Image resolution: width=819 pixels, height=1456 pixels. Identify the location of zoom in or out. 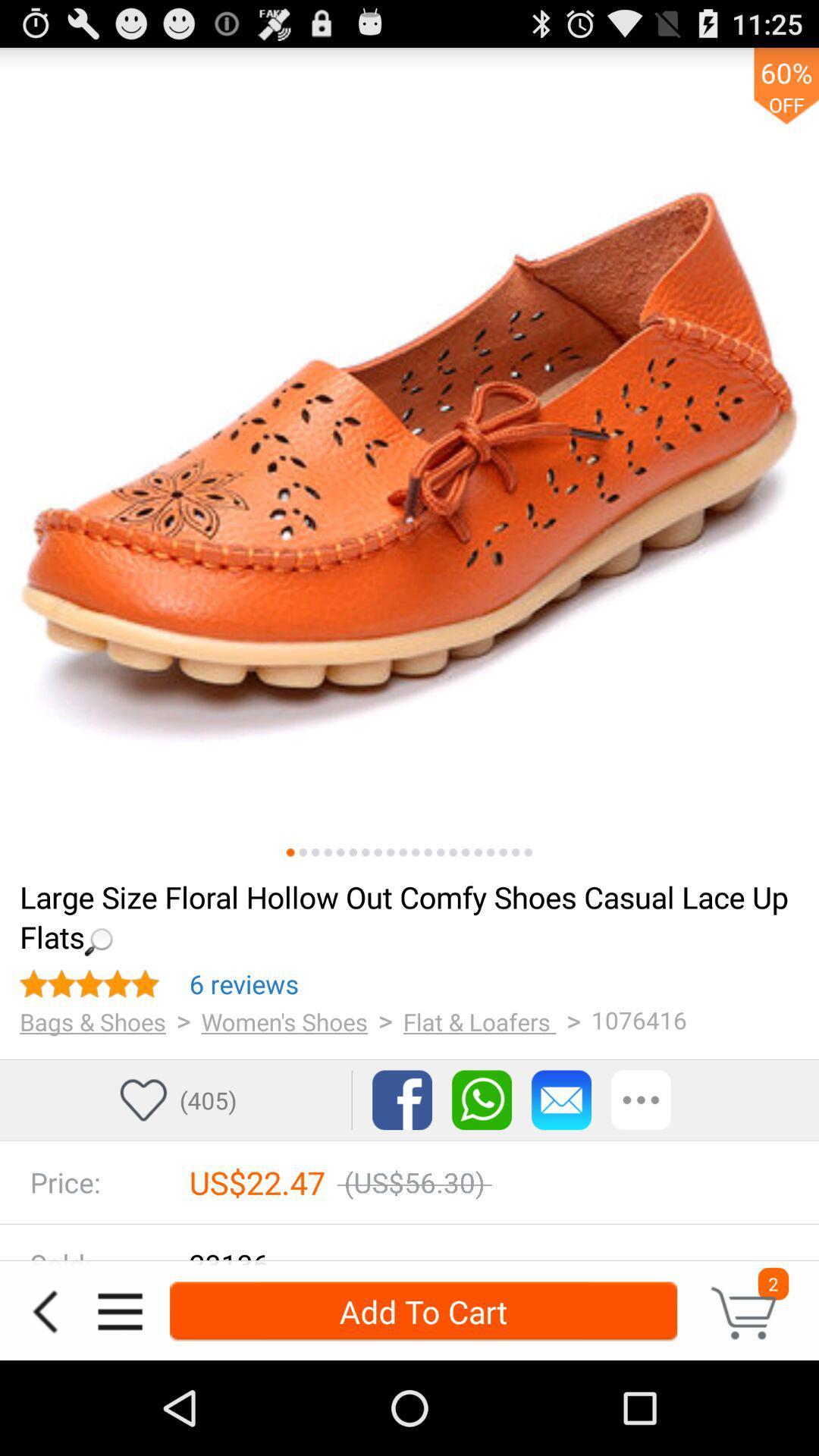
(303, 852).